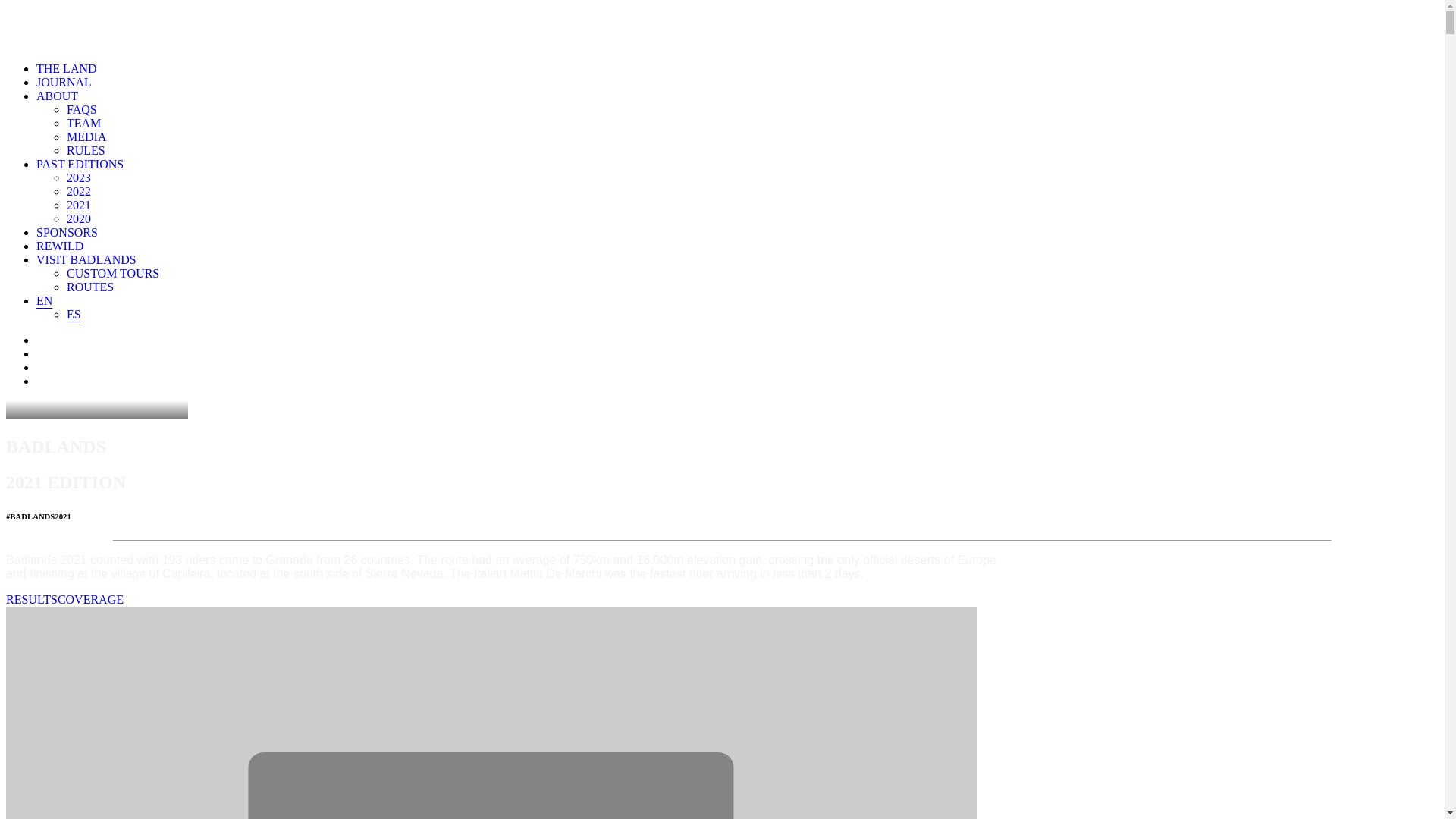 This screenshot has width=1456, height=819. I want to click on '2022', so click(78, 190).